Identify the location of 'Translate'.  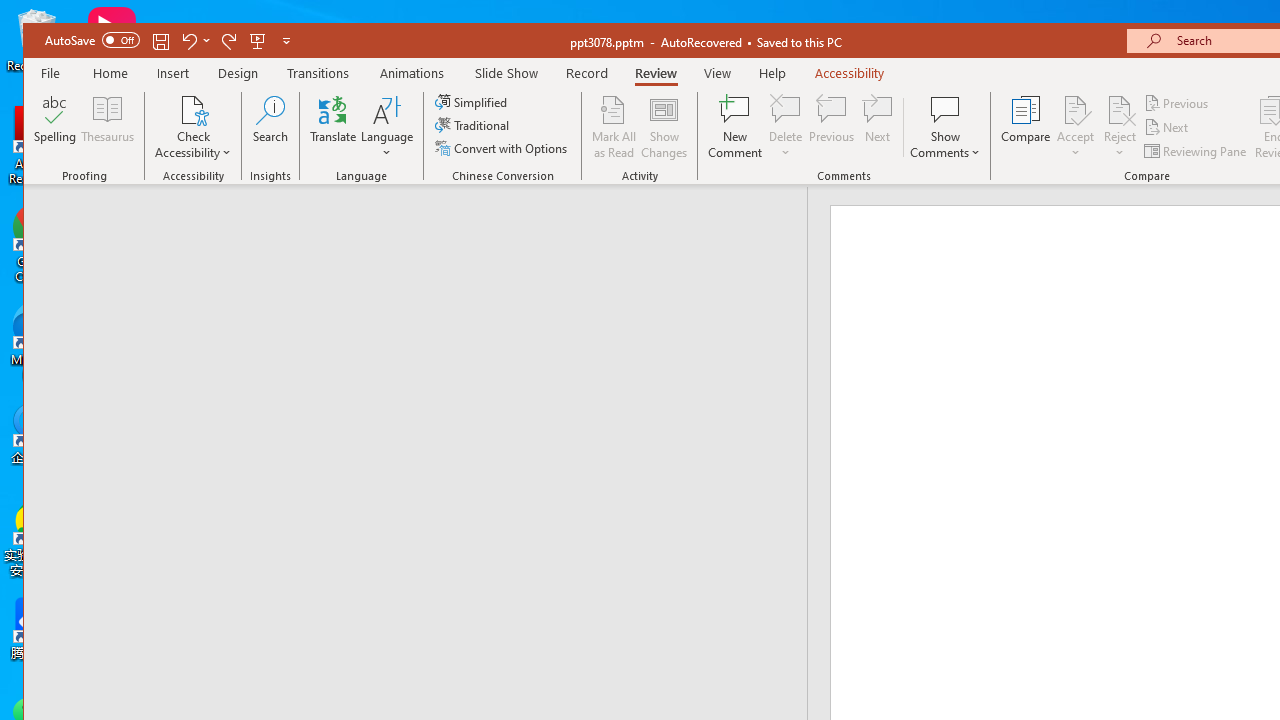
(333, 127).